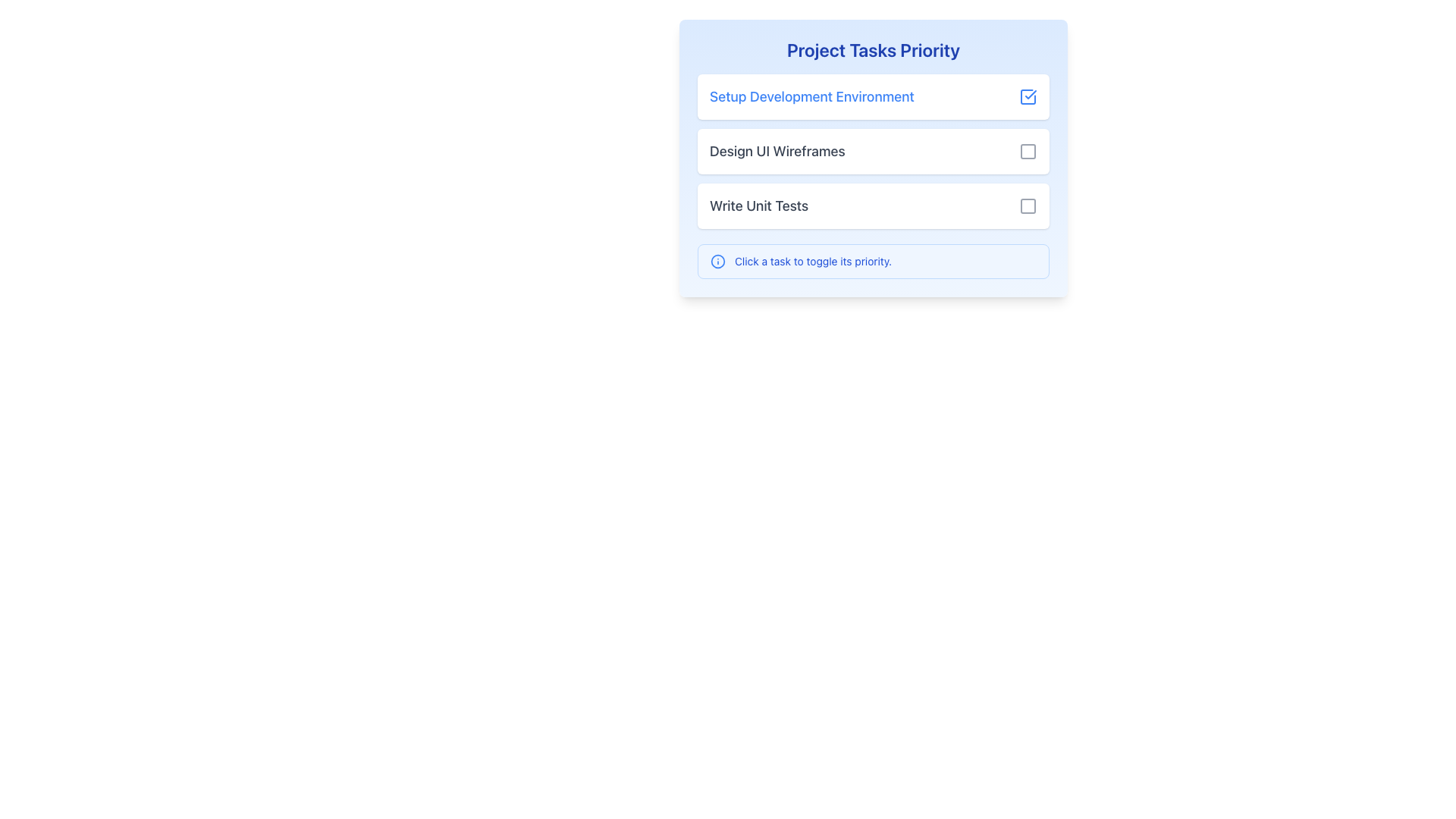  I want to click on the informational label that says 'Click a task to toggle its priority.', which is styled with small blue text and located below two checkboxes in the informational box, so click(812, 260).